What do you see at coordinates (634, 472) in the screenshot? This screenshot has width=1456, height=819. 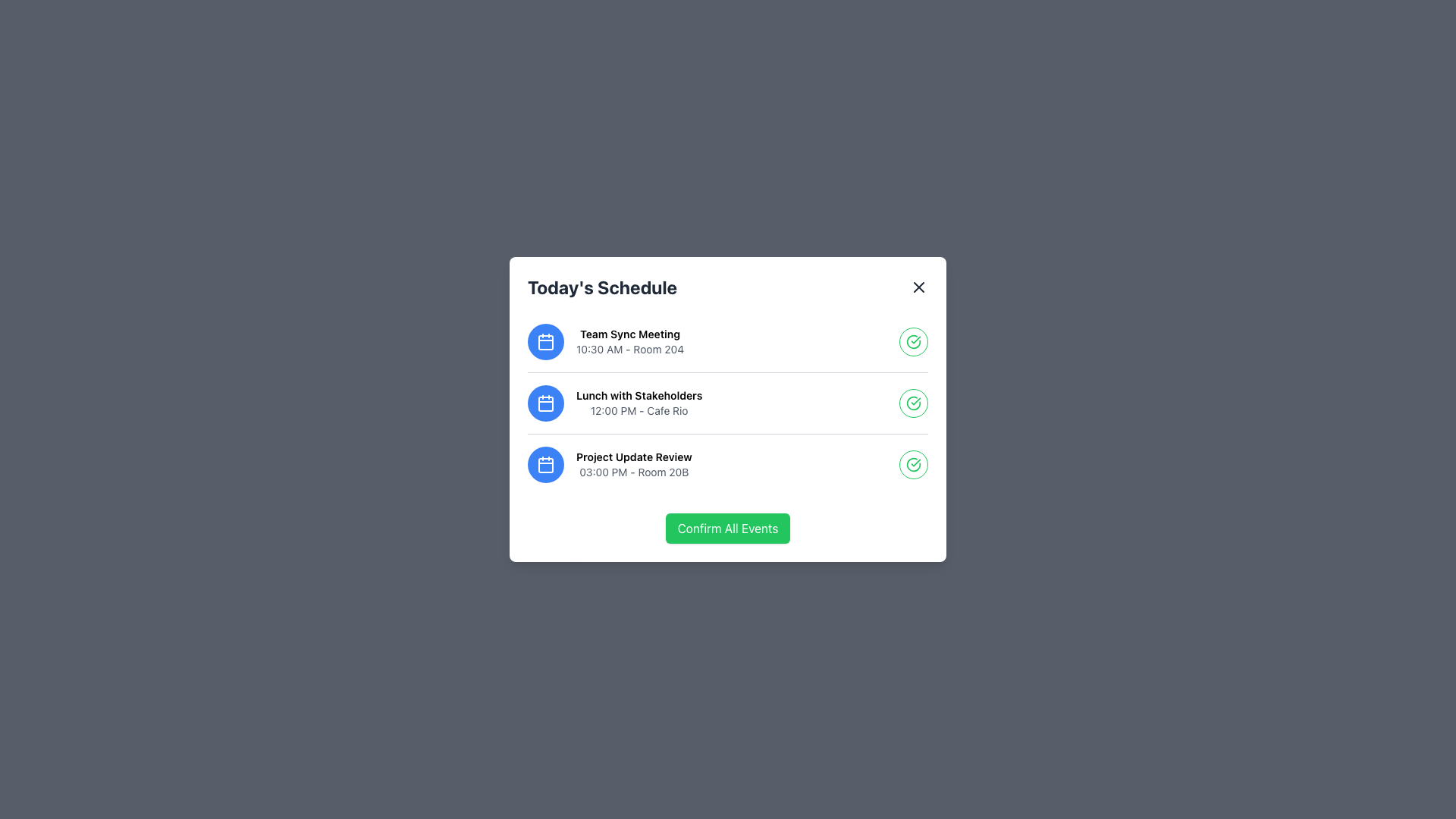 I see `the text label providing information about the scheduled event's time and location, which is the second line of text under the event title 'Project Update Review' in the schedule view` at bounding box center [634, 472].